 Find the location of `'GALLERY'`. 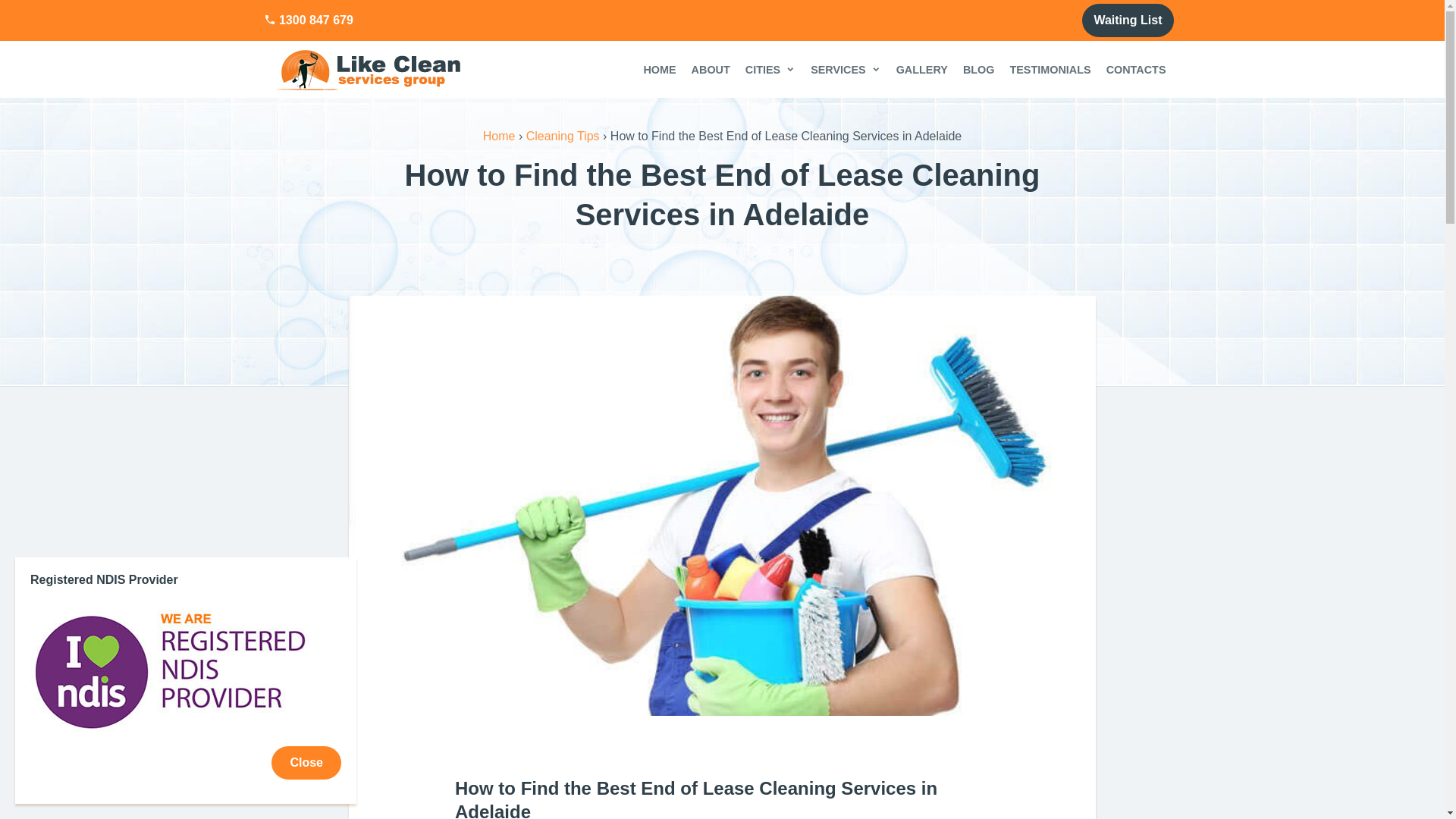

'GALLERY' is located at coordinates (921, 69).